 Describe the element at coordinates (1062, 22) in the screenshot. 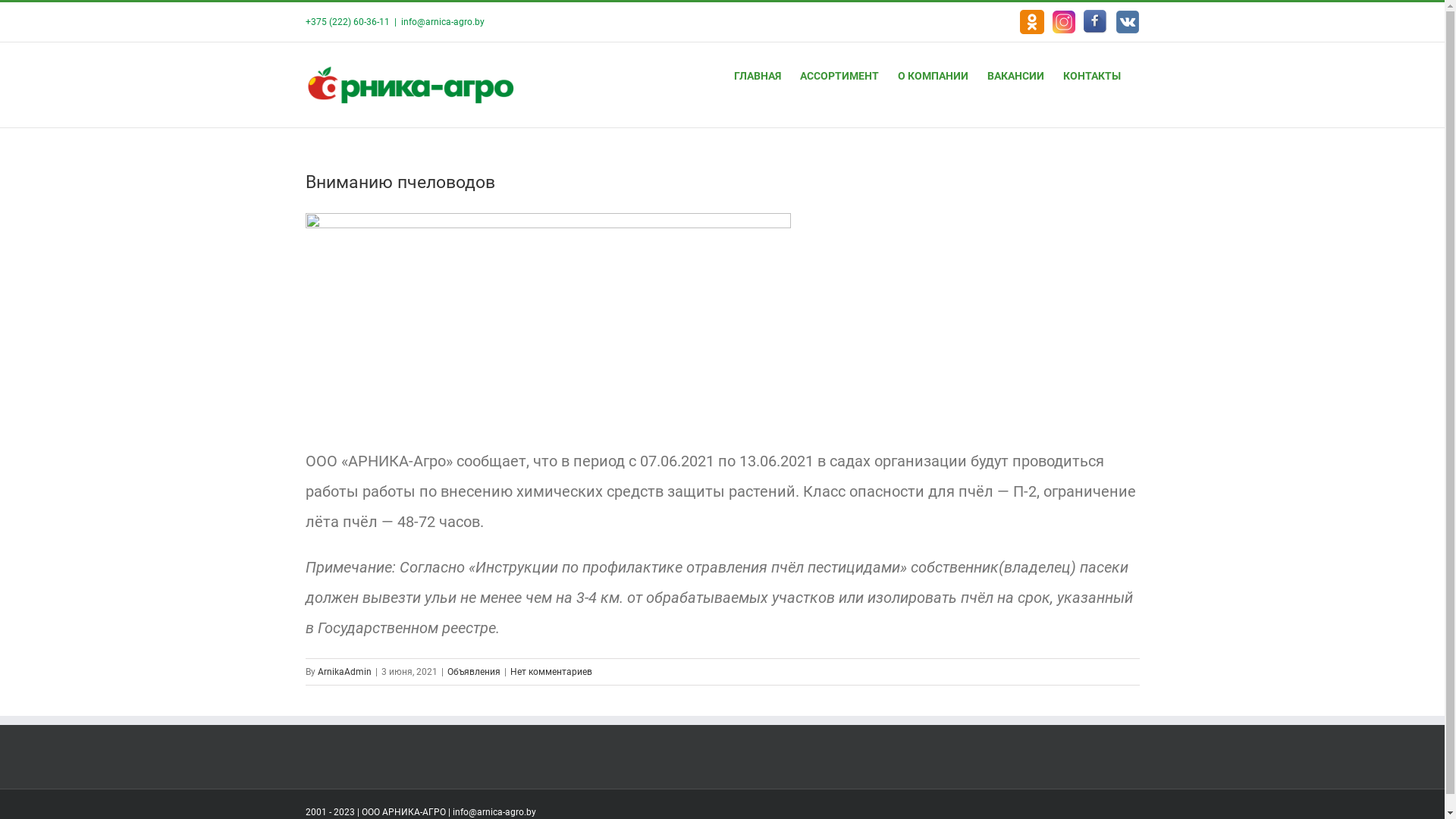

I see `'Instagram'` at that location.